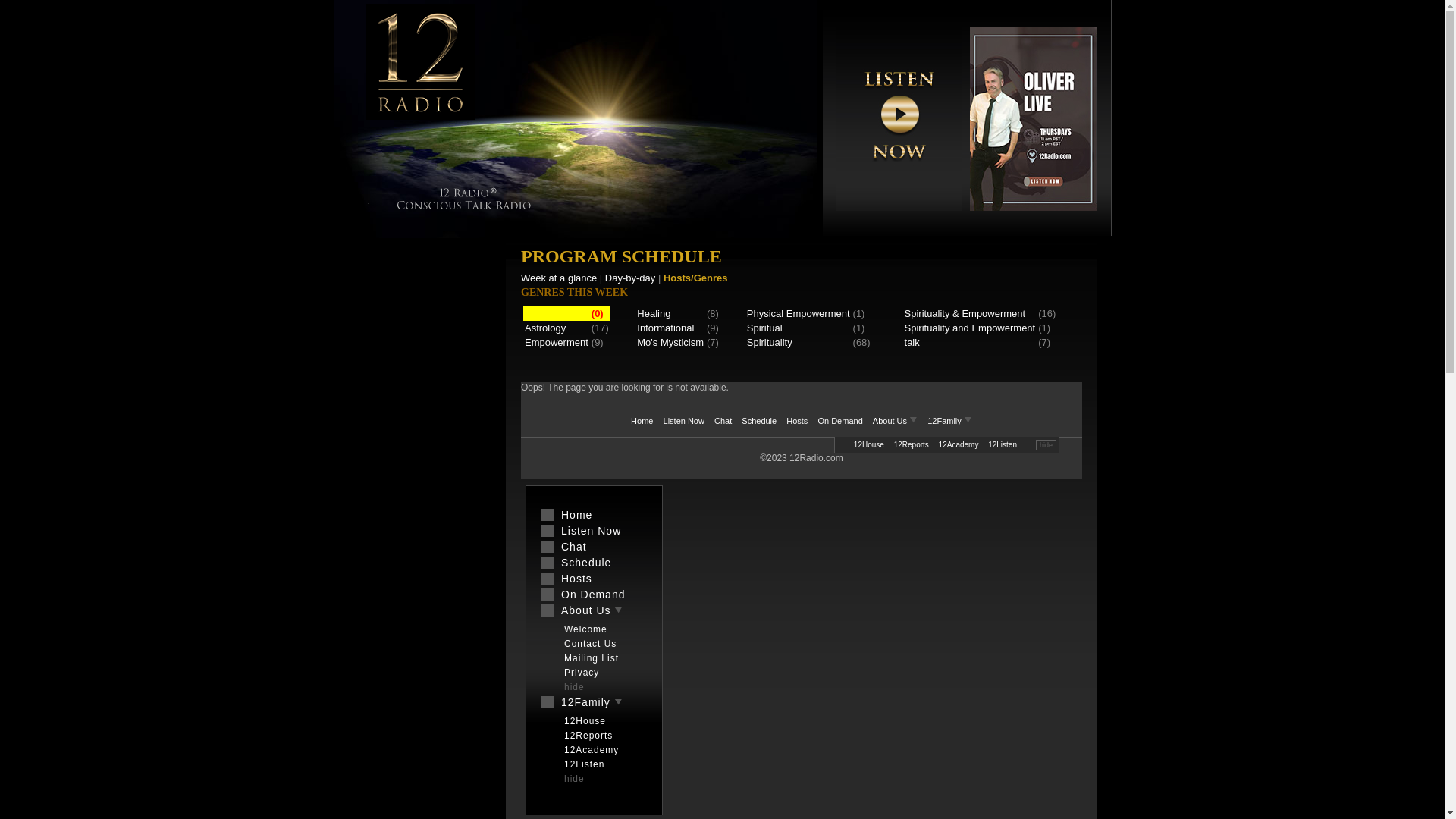 Image resolution: width=1456 pixels, height=819 pixels. I want to click on 'Empowerment', so click(556, 342).